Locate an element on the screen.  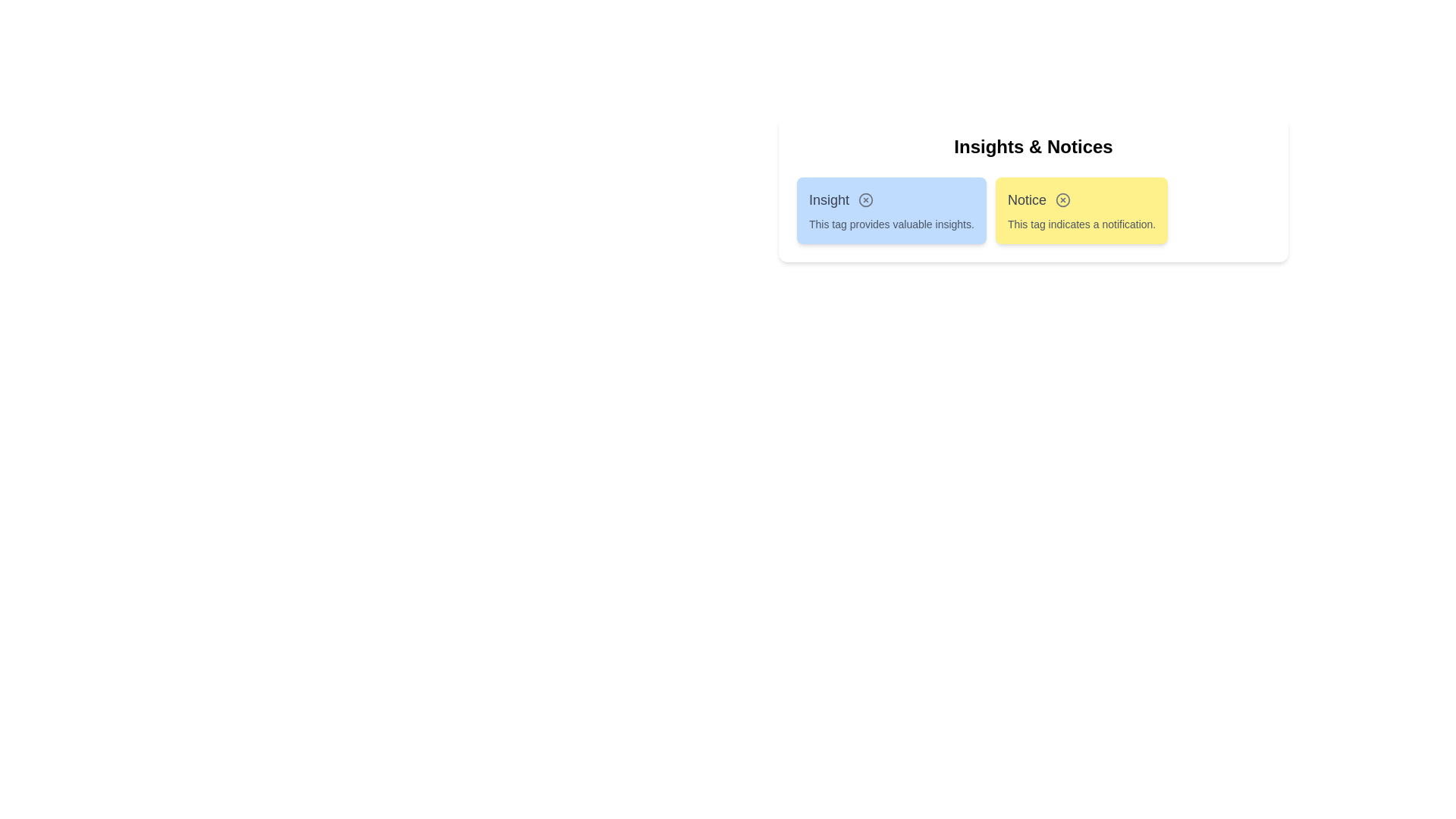
the tag Notice to read its description is located at coordinates (1081, 210).